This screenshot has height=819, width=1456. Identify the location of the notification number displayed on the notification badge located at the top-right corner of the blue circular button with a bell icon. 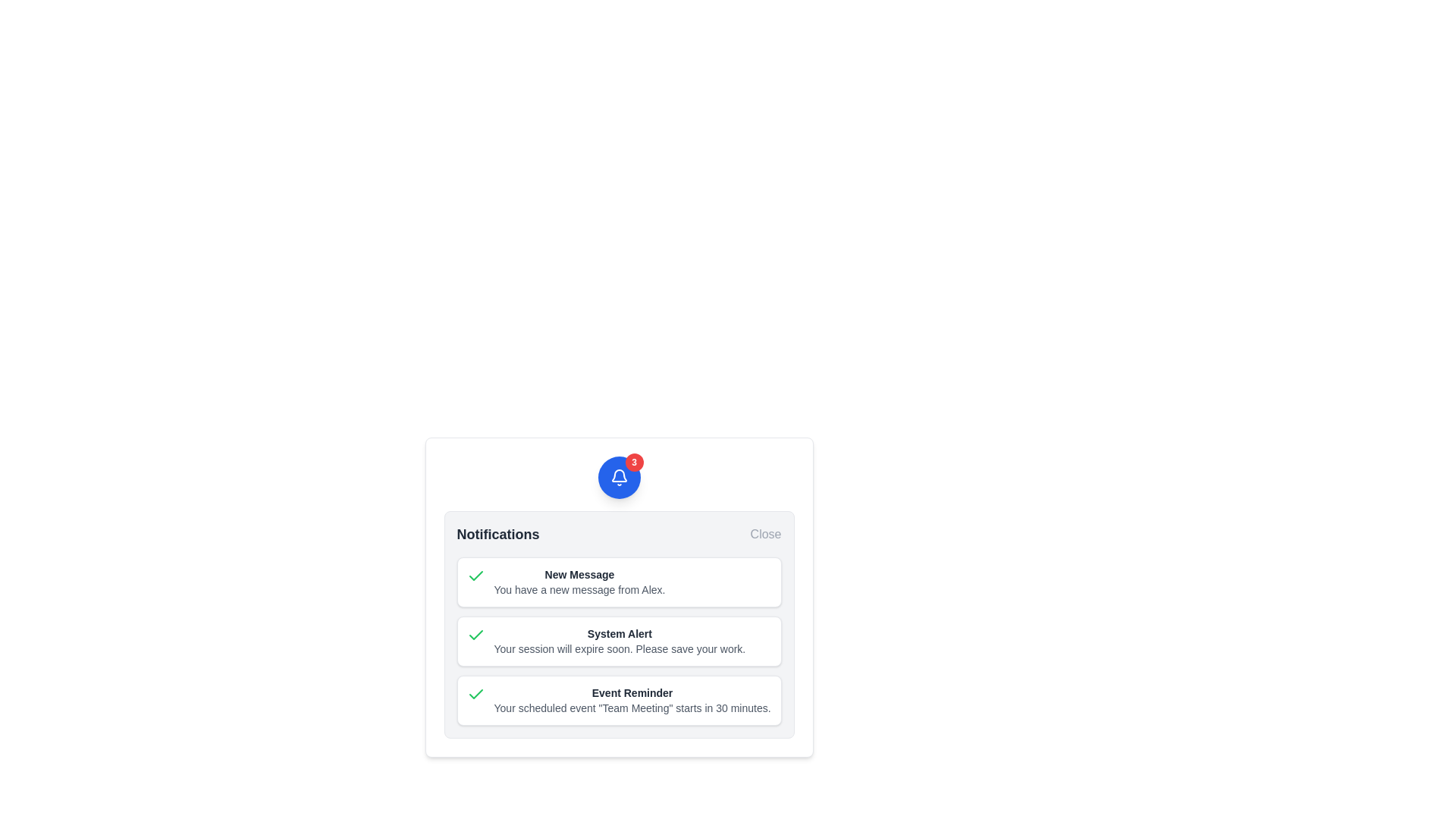
(634, 461).